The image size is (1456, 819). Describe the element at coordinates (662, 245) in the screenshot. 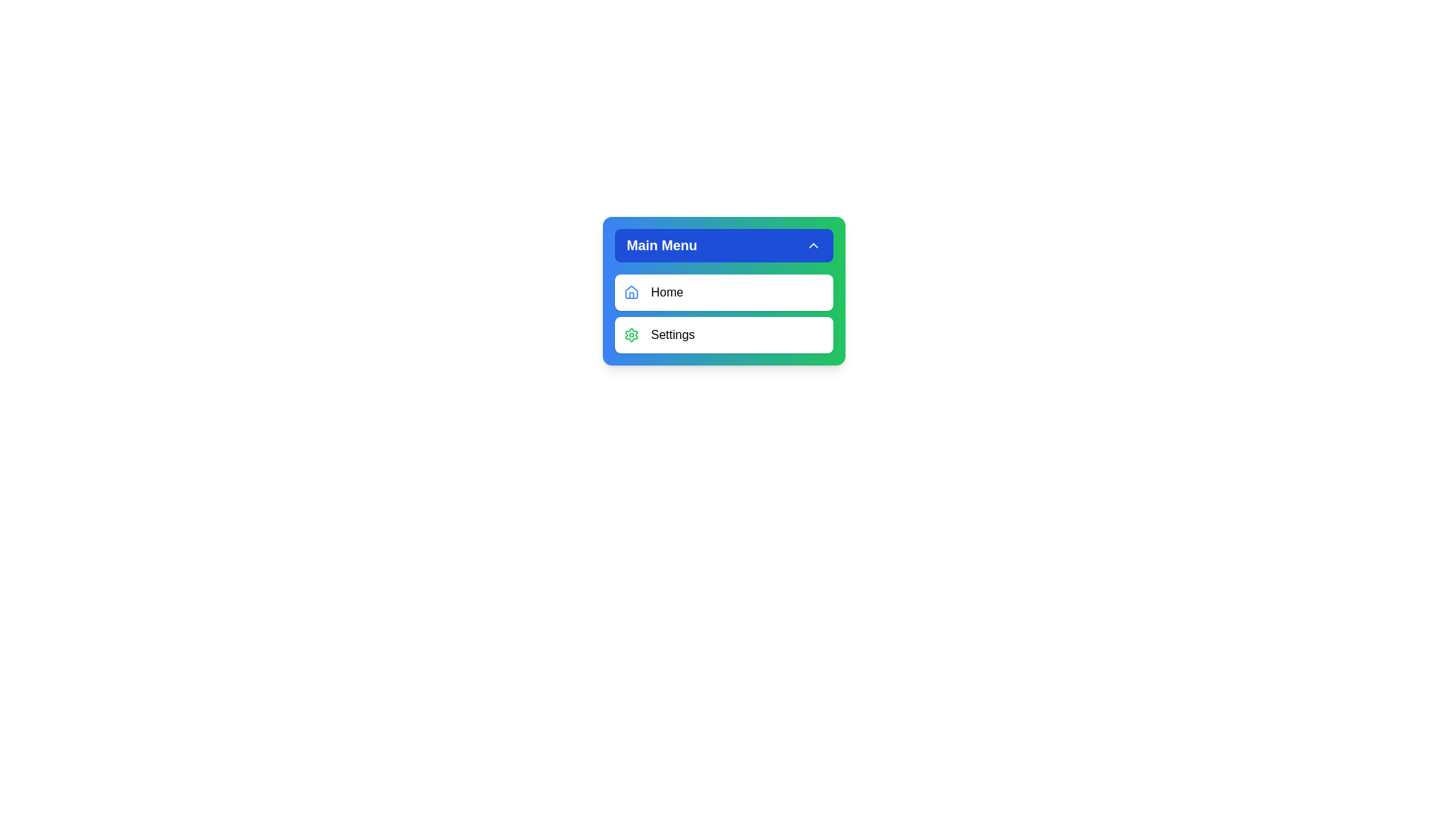

I see `text label located in the top-left of the blue header section of the dropdown menu, which serves as the title indicating the menu's purpose` at that location.